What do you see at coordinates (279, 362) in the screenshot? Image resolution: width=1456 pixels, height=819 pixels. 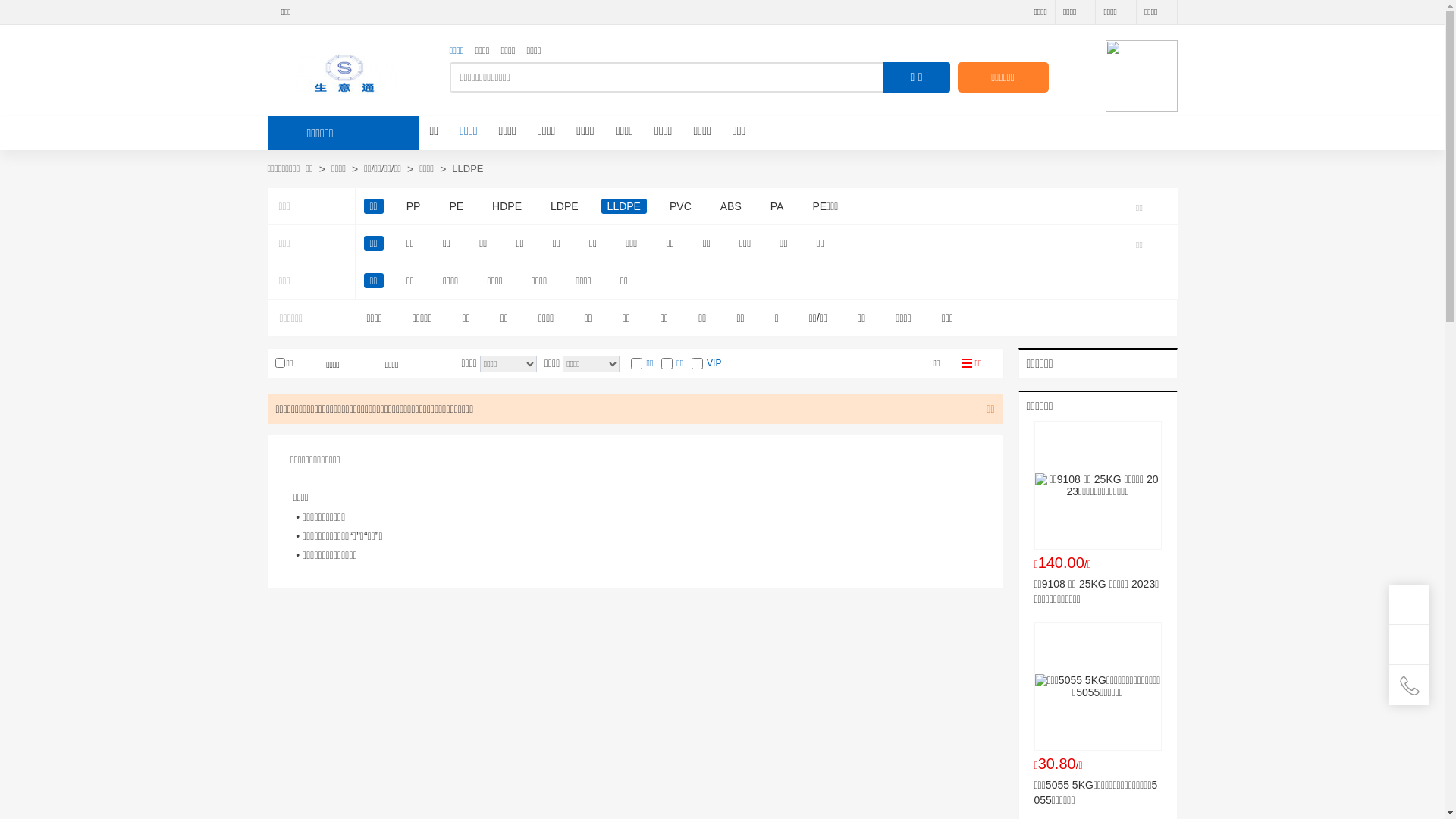 I see `'on'` at bounding box center [279, 362].